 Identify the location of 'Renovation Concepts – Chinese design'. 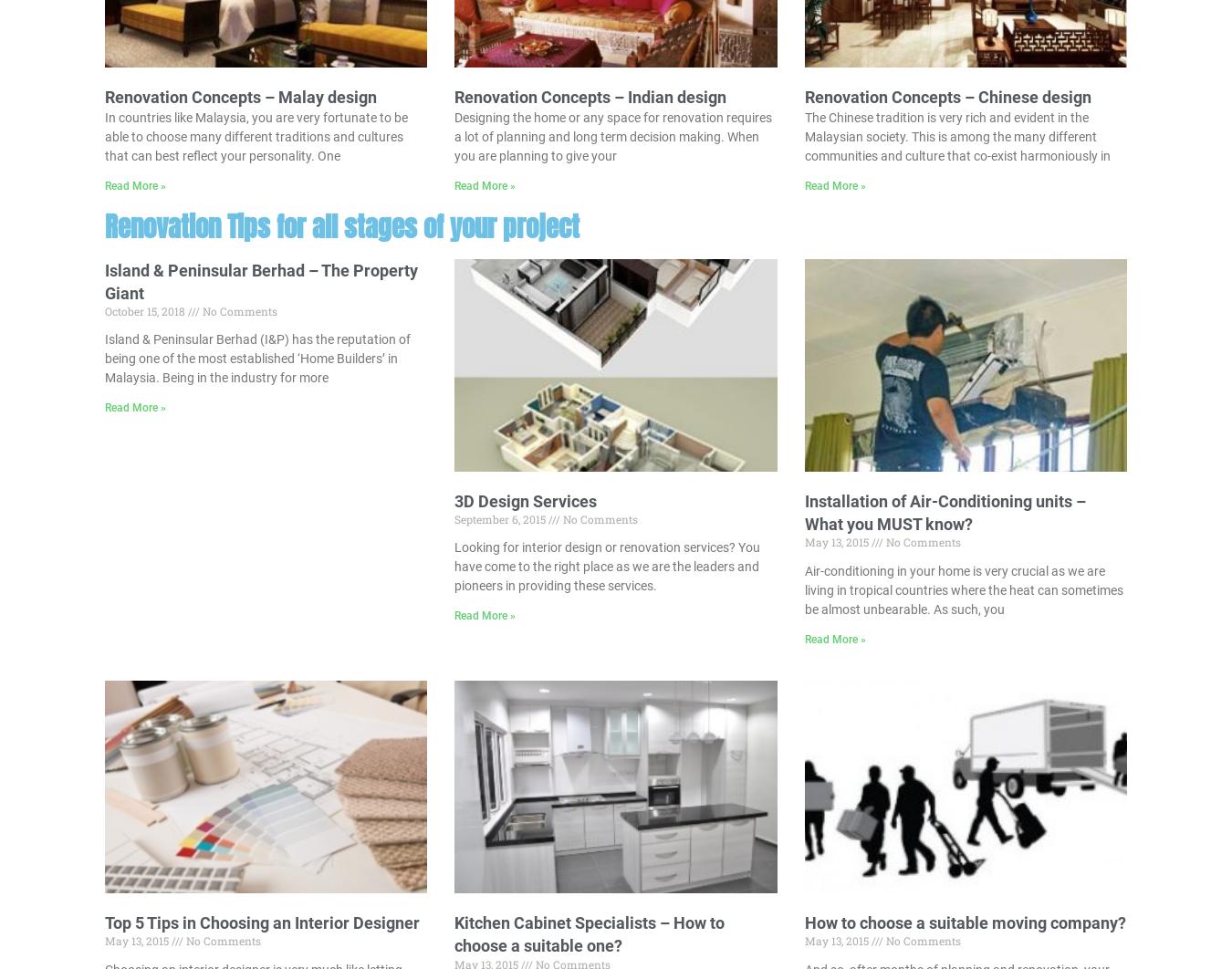
(947, 96).